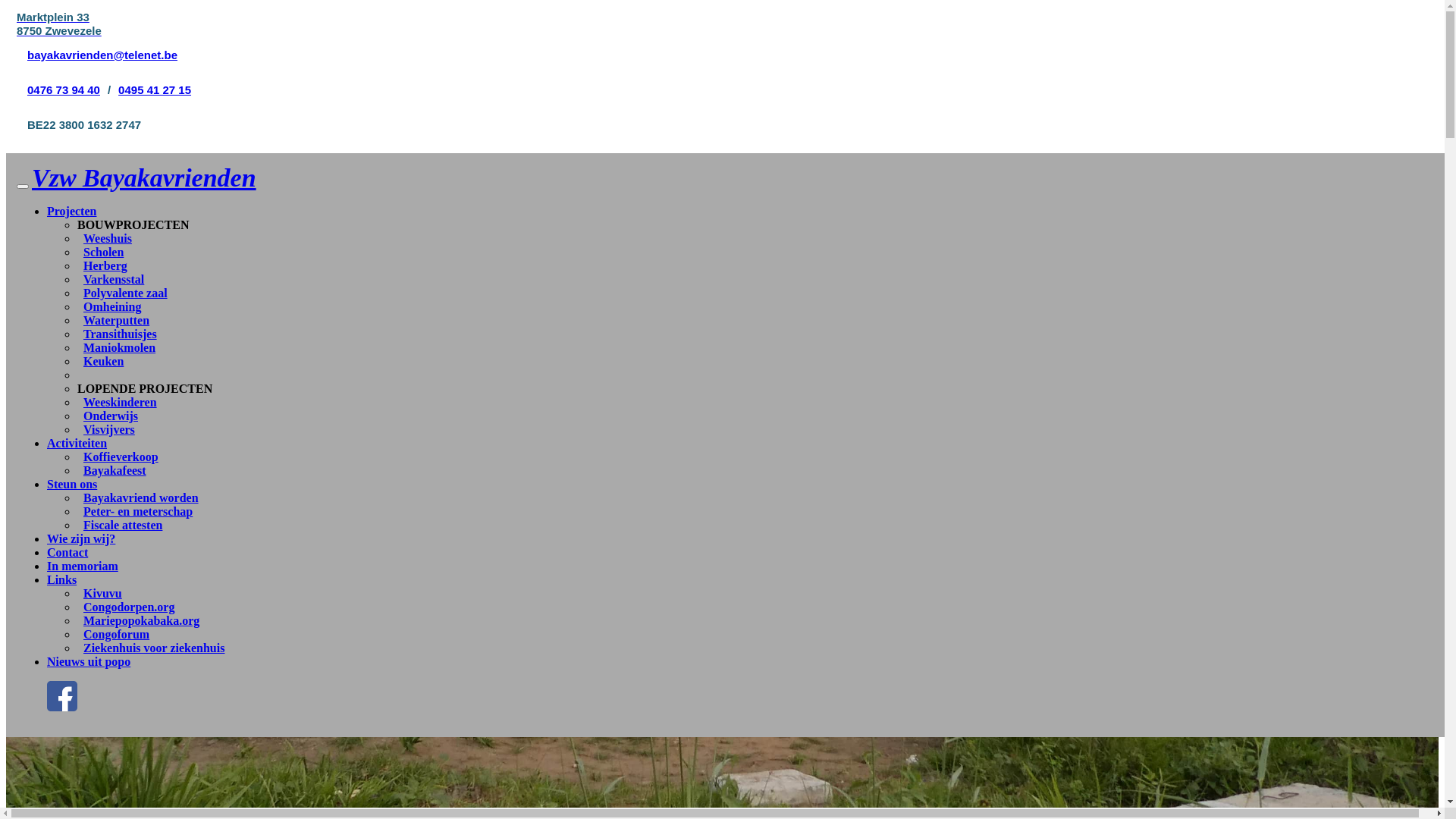 Image resolution: width=1456 pixels, height=819 pixels. Describe the element at coordinates (134, 511) in the screenshot. I see `'Peter- en meterschap'` at that location.